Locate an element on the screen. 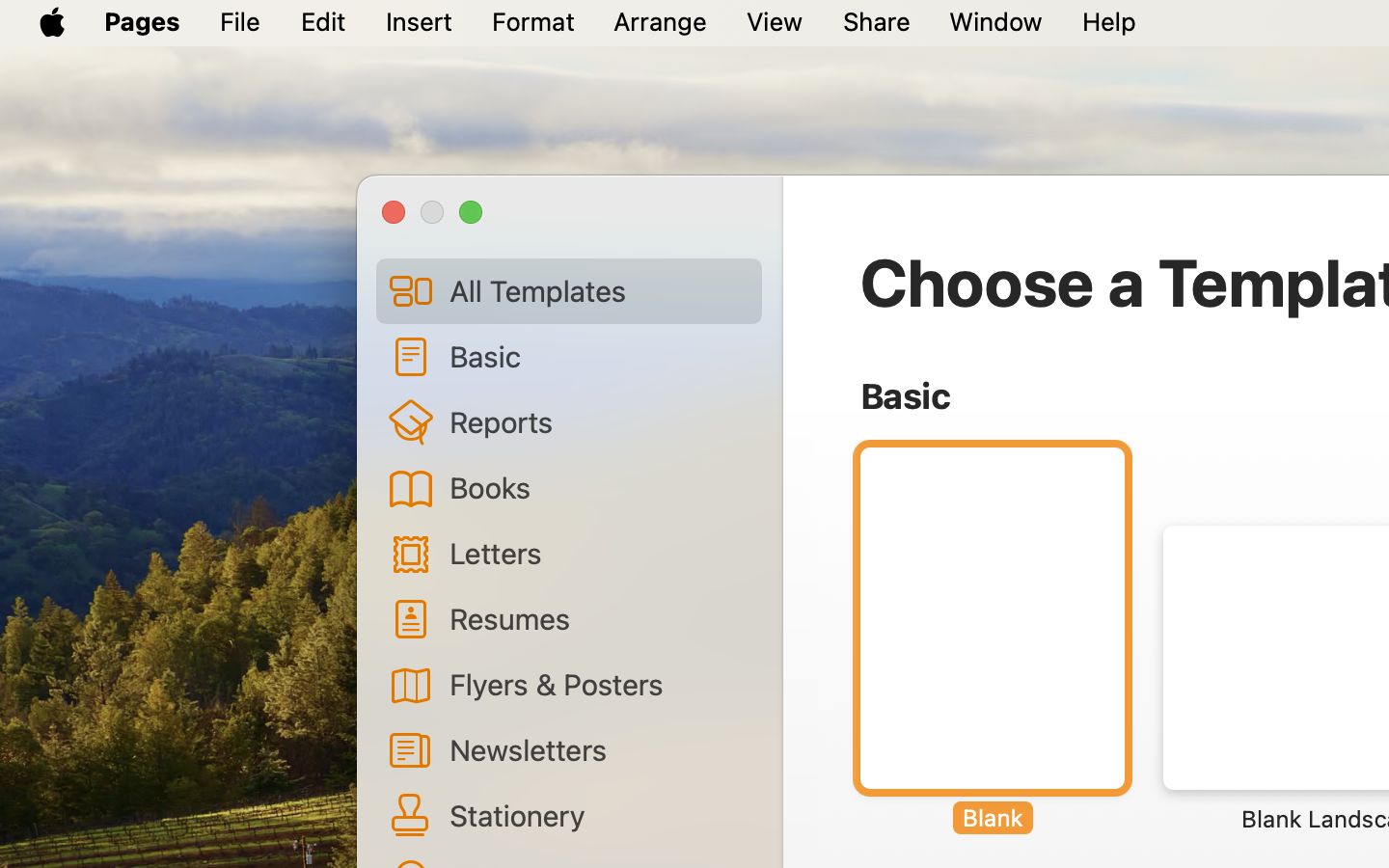 This screenshot has height=868, width=1389. 'Books' is located at coordinates (597, 485).